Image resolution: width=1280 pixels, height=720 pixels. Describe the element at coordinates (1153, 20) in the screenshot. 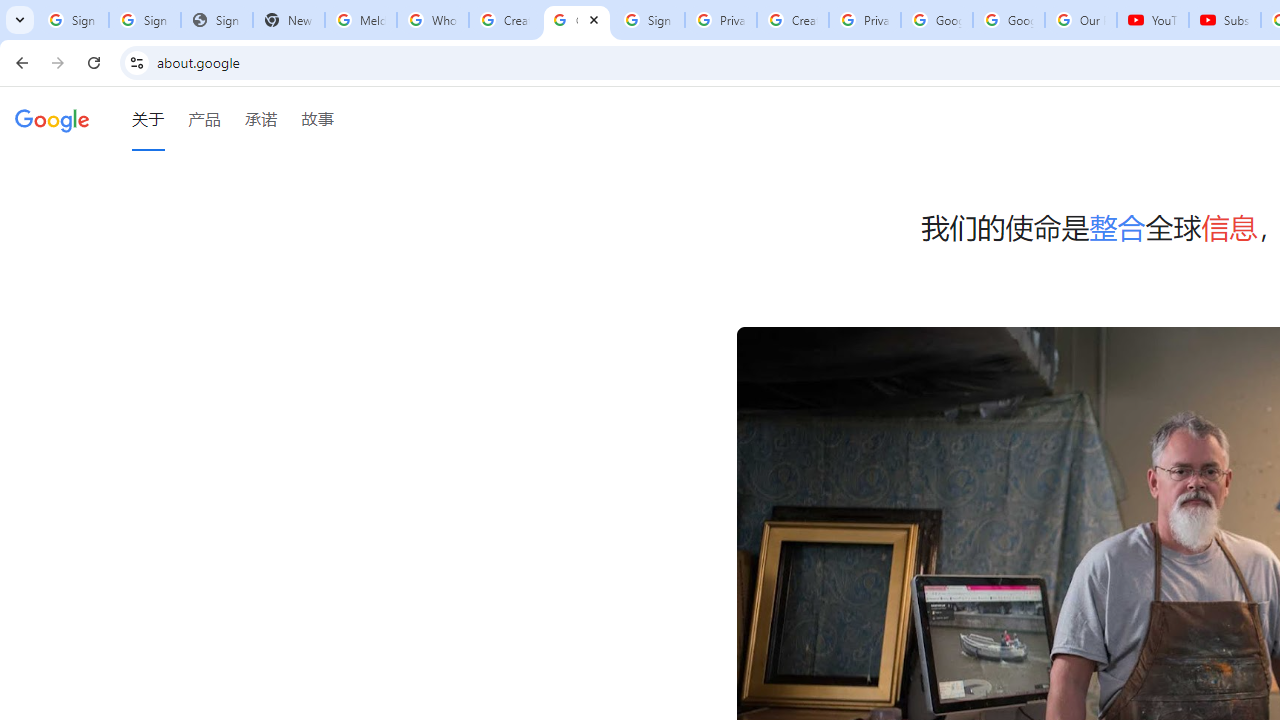

I see `'YouTube'` at that location.